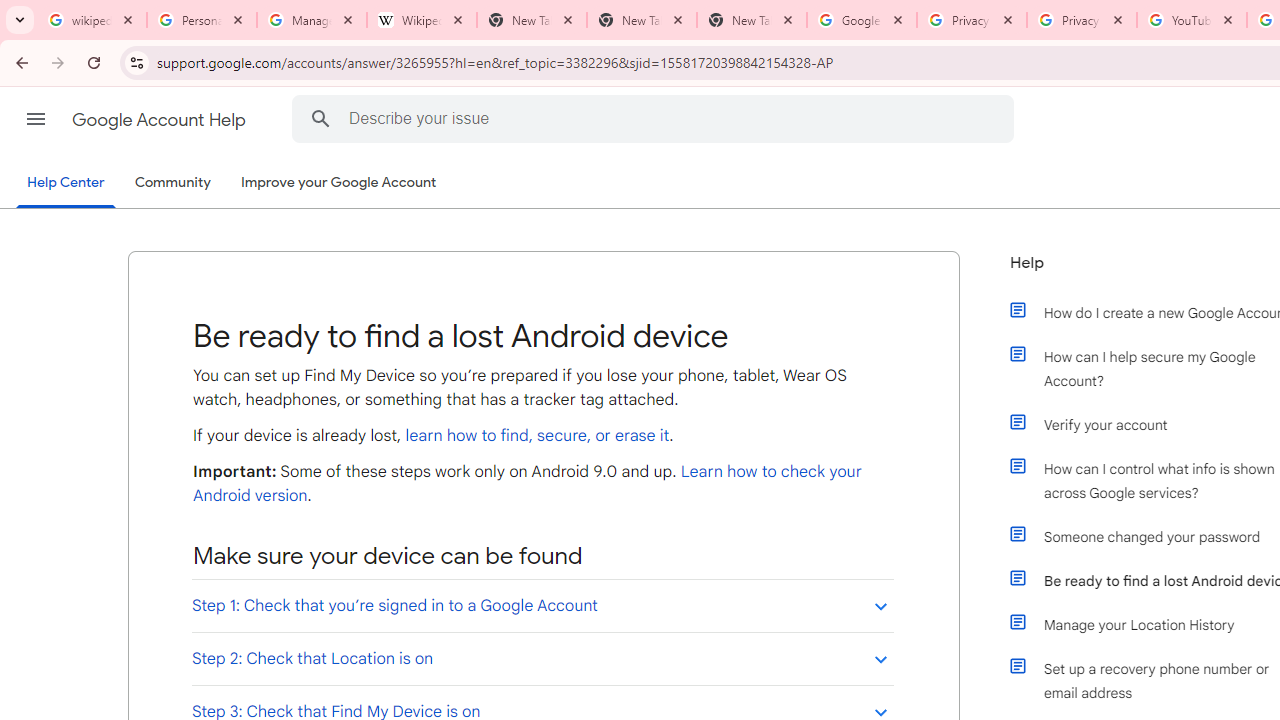  What do you see at coordinates (656, 118) in the screenshot?
I see `'Describe your issue'` at bounding box center [656, 118].